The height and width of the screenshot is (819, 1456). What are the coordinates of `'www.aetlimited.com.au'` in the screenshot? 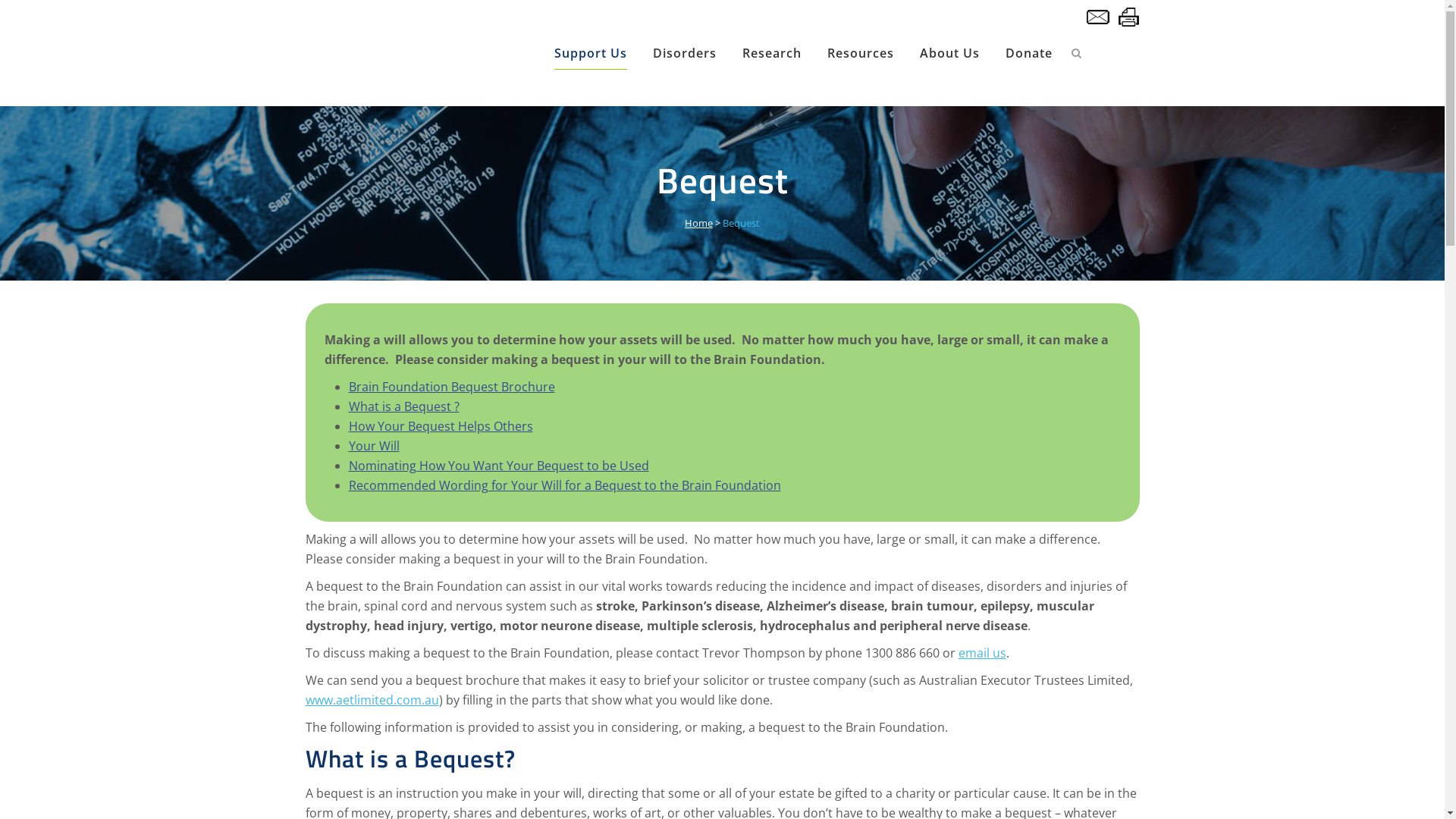 It's located at (371, 699).